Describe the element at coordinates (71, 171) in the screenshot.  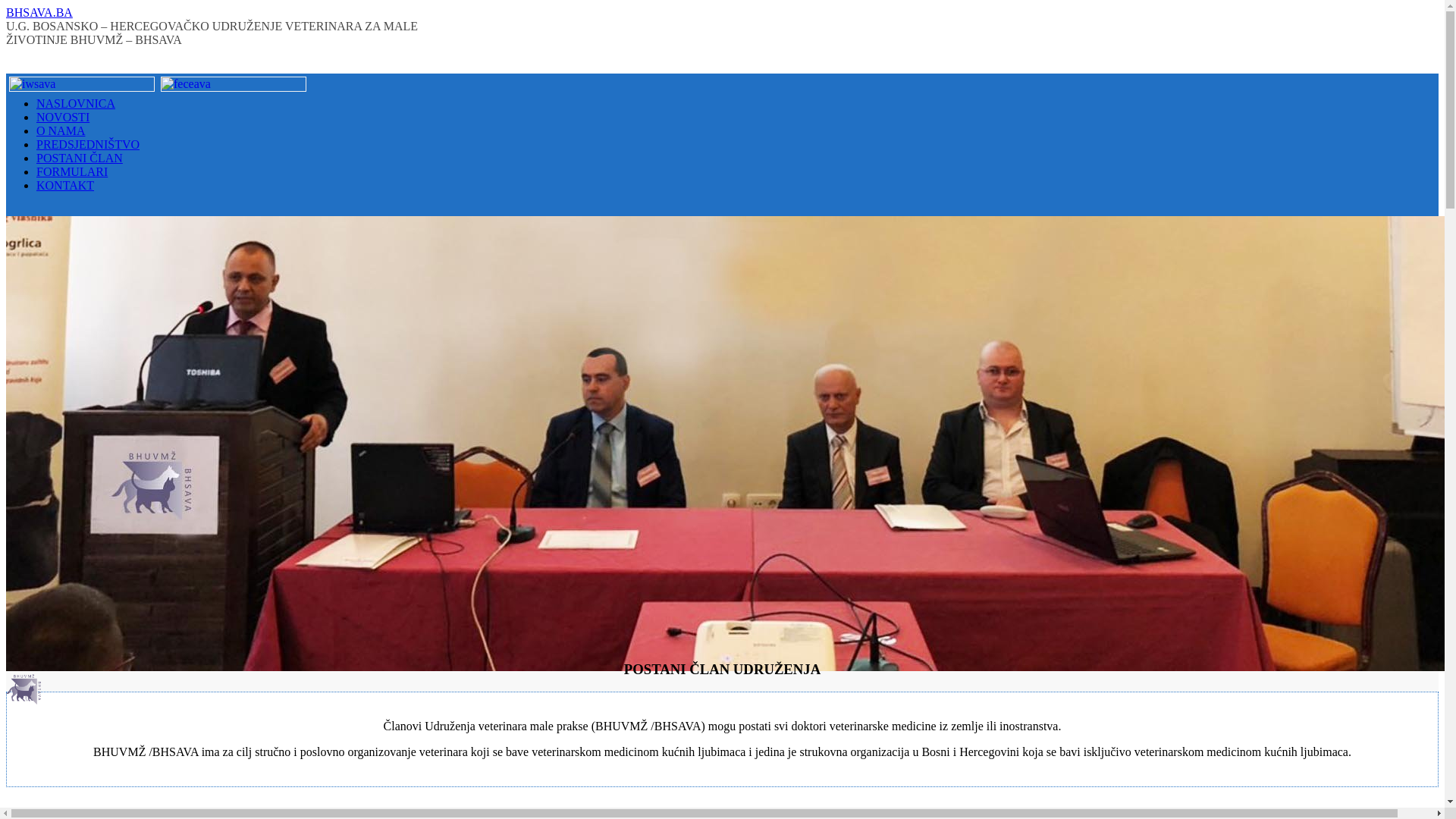
I see `'FORMULARI'` at that location.